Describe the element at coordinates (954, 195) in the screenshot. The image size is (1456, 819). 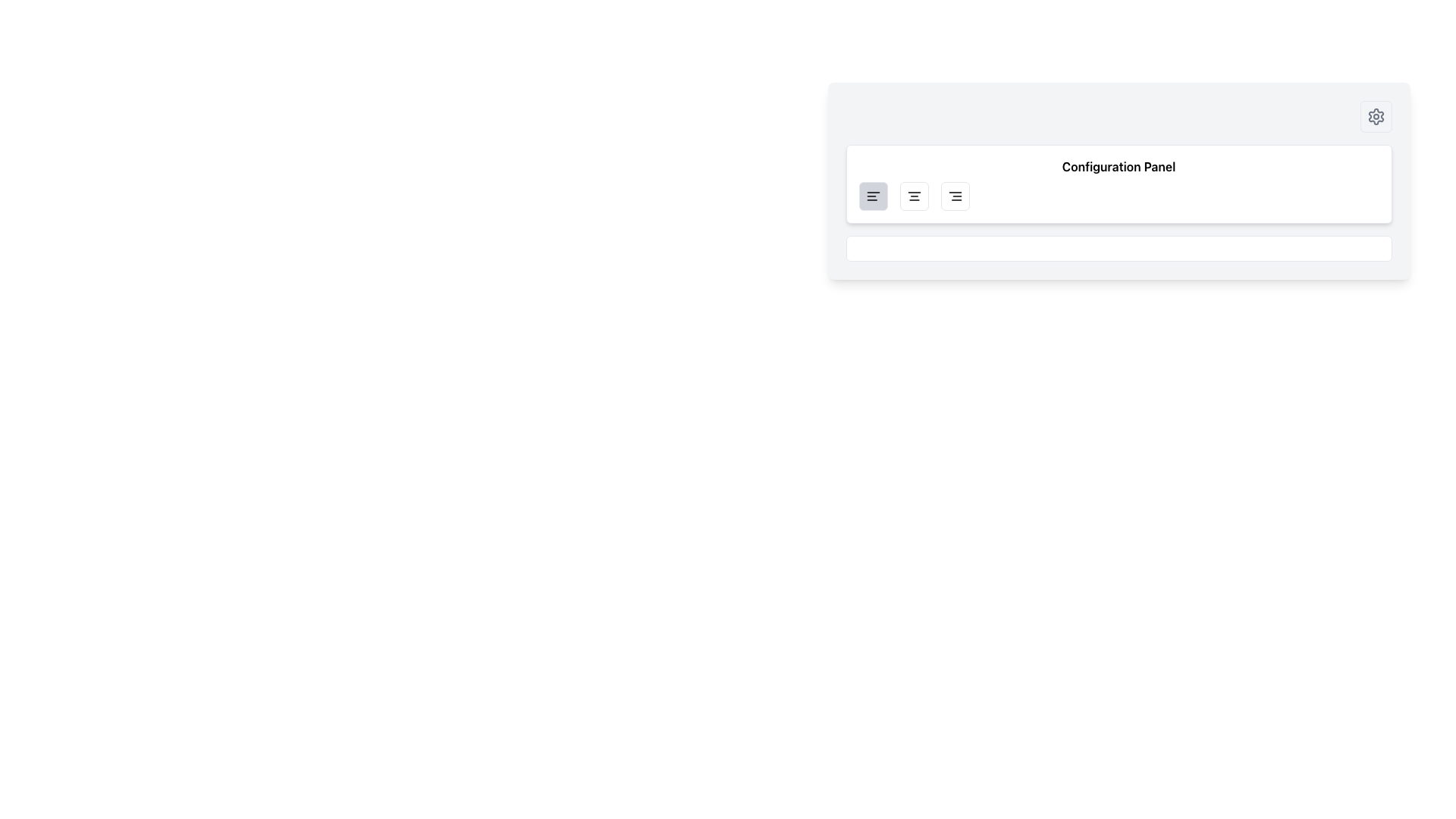
I see `the third button from the left within the row of alignment buttons in the top-left section of the interface to adjust the alignment of the content to the right side` at that location.